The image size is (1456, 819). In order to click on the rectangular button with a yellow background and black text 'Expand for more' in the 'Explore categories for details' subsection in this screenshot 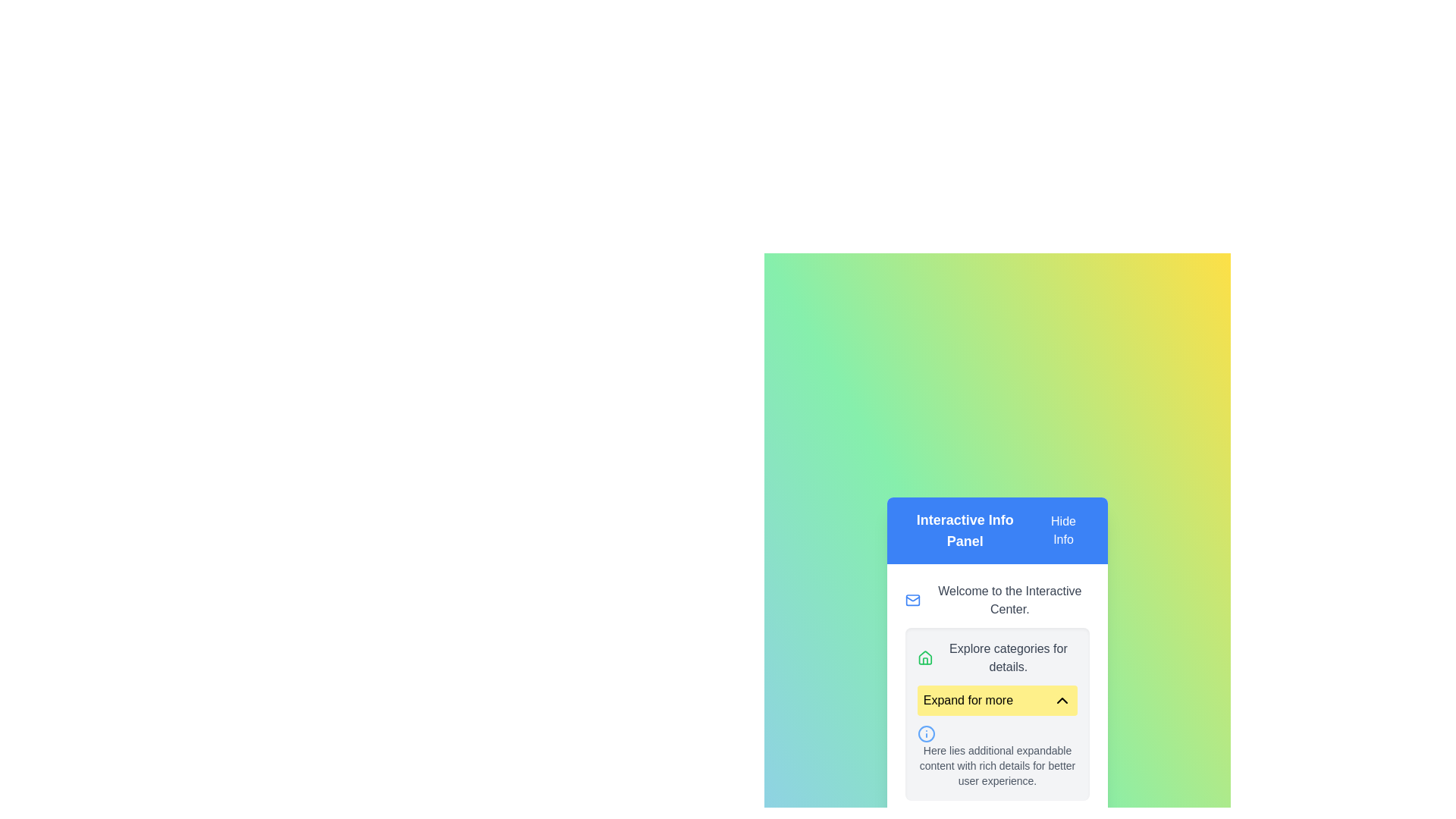, I will do `click(997, 701)`.